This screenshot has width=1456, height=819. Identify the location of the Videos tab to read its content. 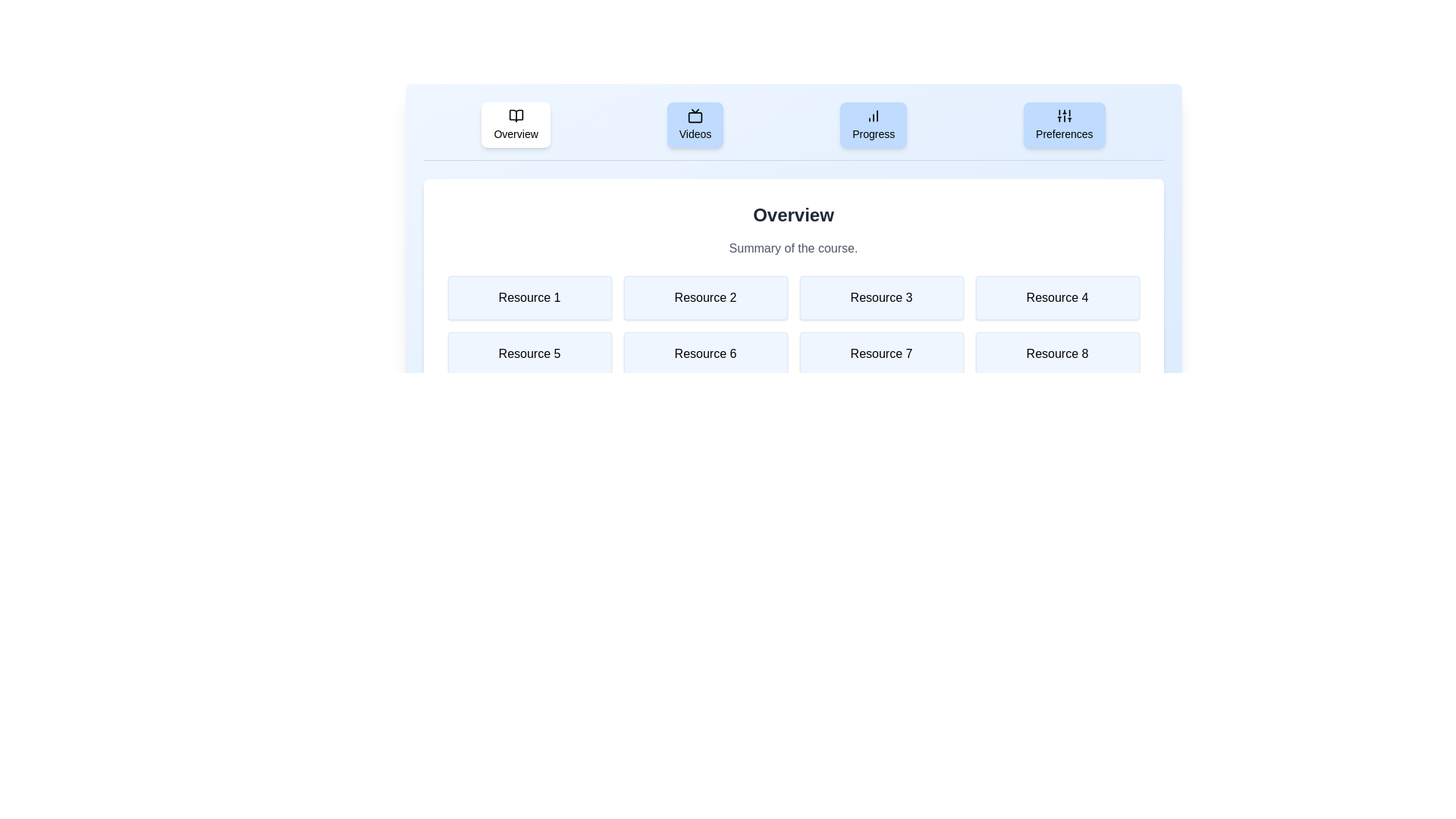
(694, 124).